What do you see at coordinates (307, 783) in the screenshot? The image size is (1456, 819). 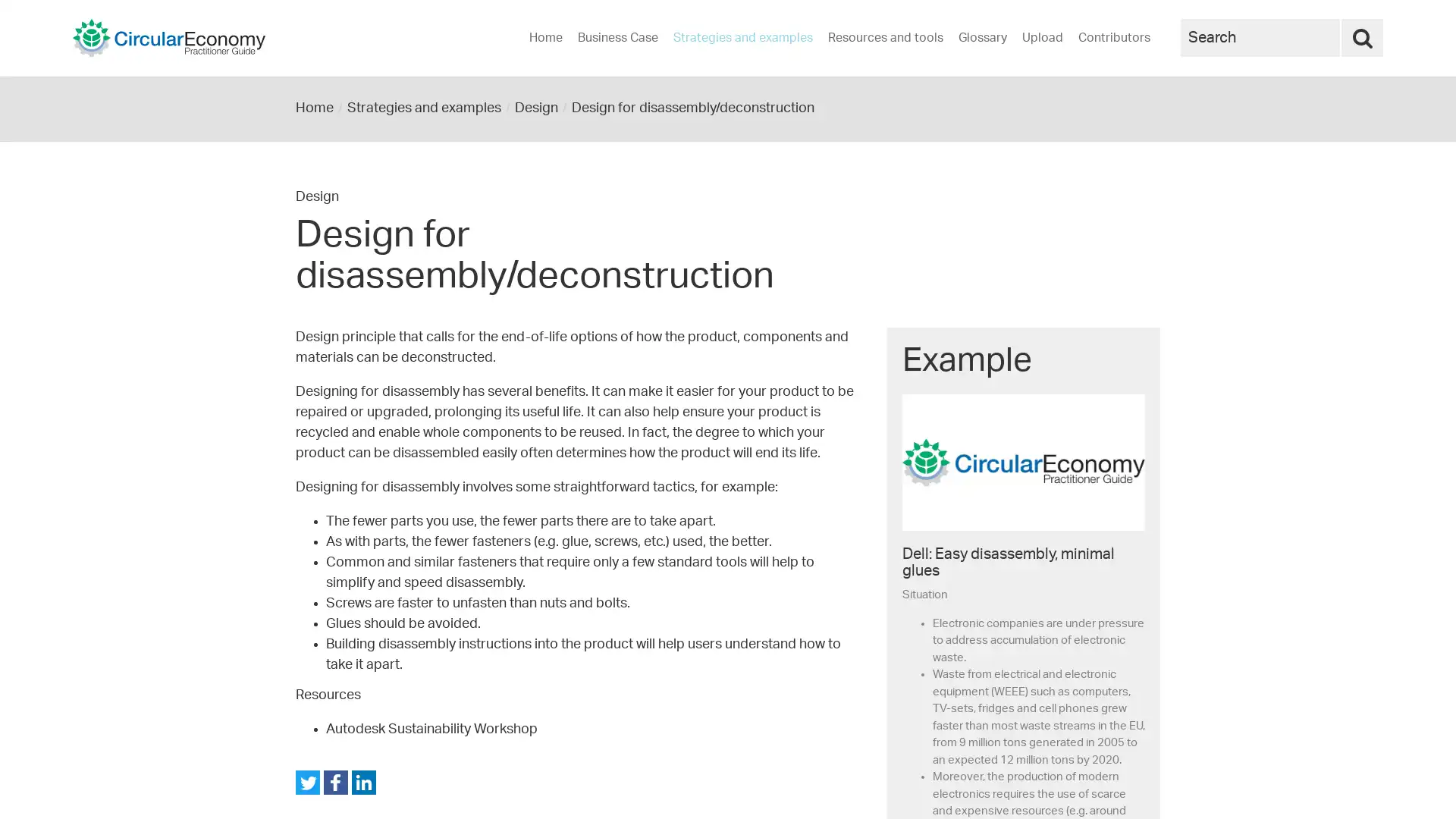 I see `Share to Twitter` at bounding box center [307, 783].